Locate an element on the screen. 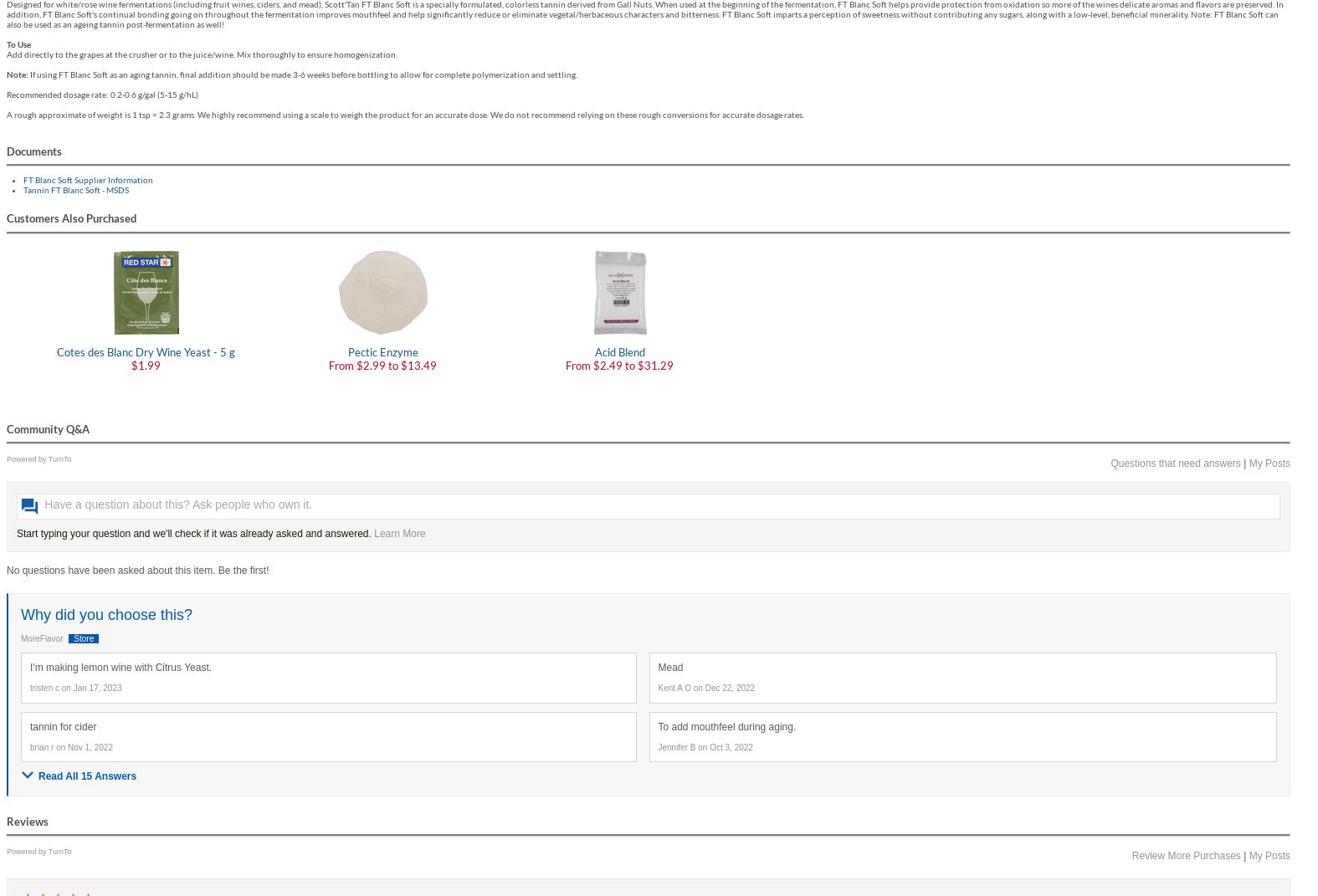 The height and width of the screenshot is (896, 1318). 'on Nov 1, 2022' is located at coordinates (83, 747).